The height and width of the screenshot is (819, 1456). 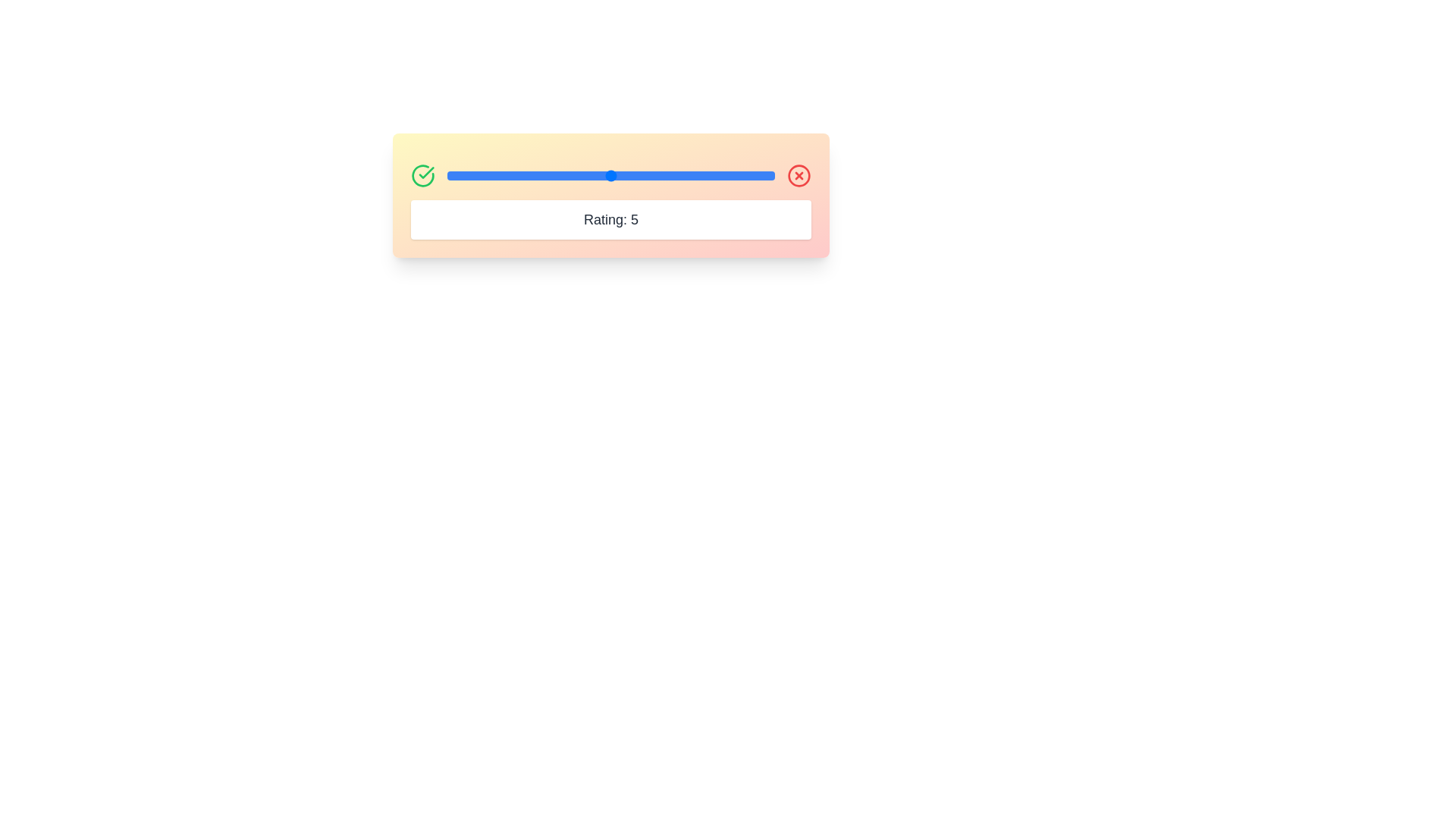 What do you see at coordinates (799, 174) in the screenshot?
I see `the outer circle outline of the 'X' icon located at the top-right corner of the gradient box` at bounding box center [799, 174].